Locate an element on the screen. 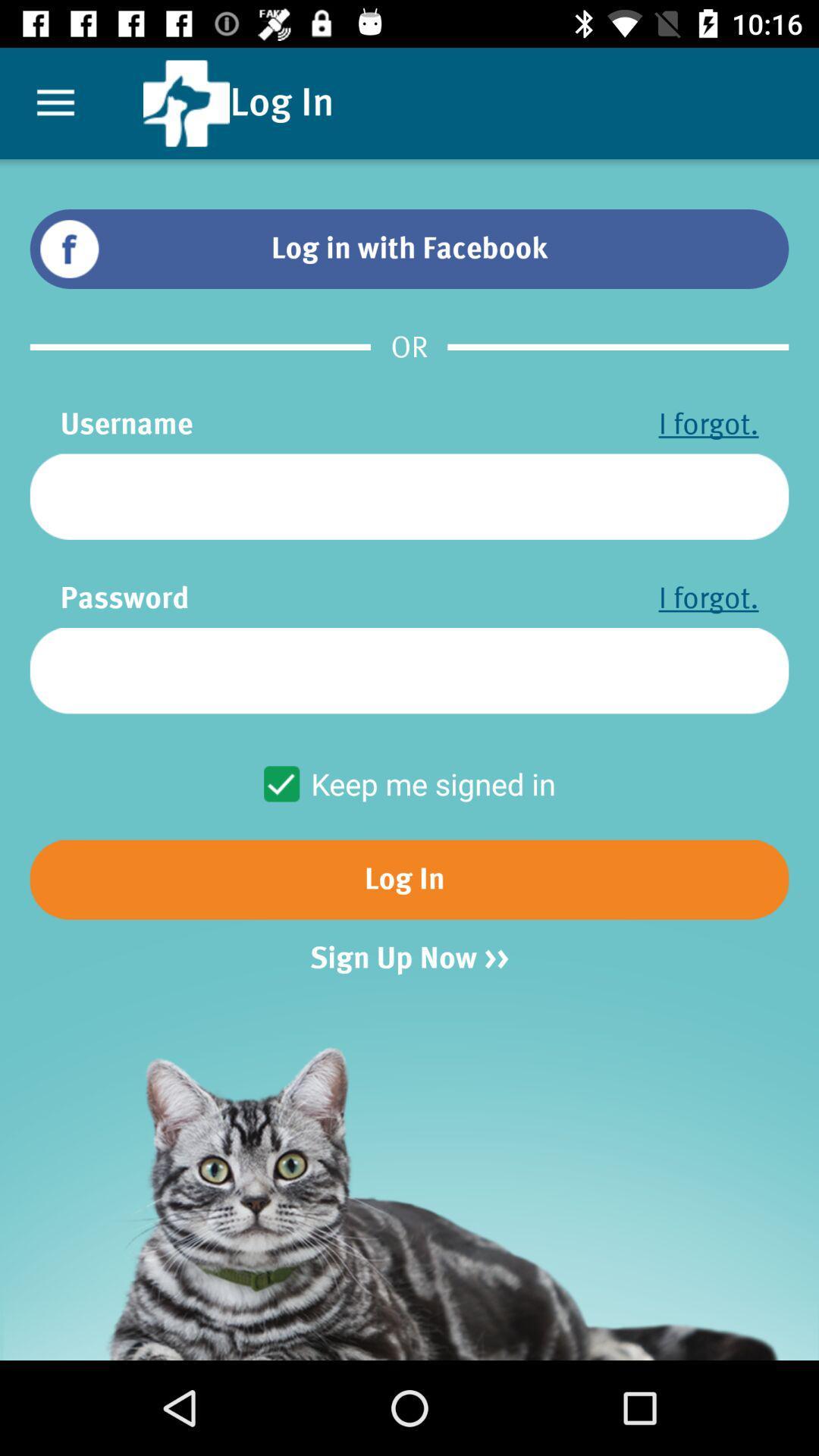 Image resolution: width=819 pixels, height=1456 pixels. keep me signed is located at coordinates (408, 783).